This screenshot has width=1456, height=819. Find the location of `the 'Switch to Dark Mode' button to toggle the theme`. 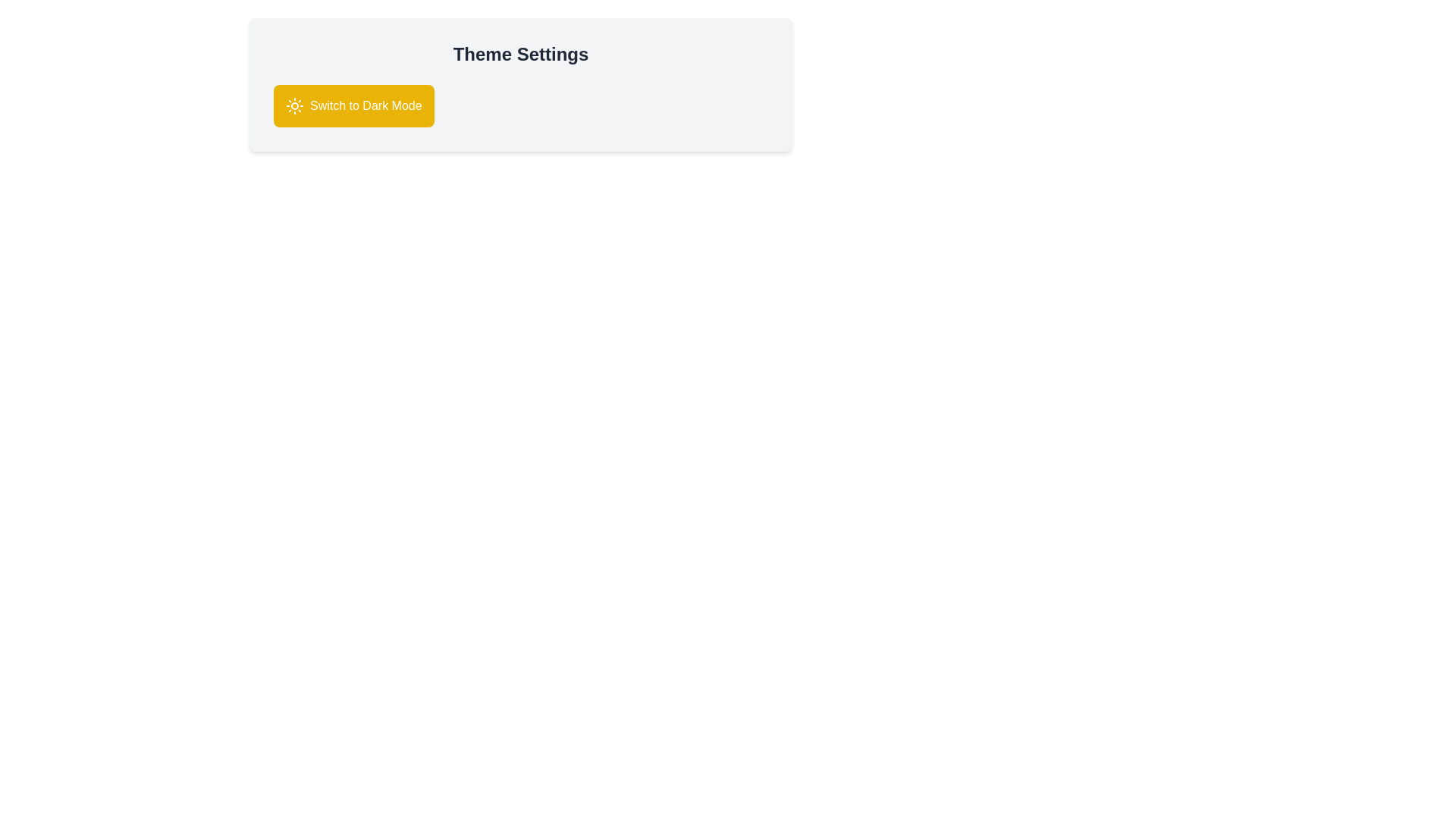

the 'Switch to Dark Mode' button to toggle the theme is located at coordinates (353, 105).